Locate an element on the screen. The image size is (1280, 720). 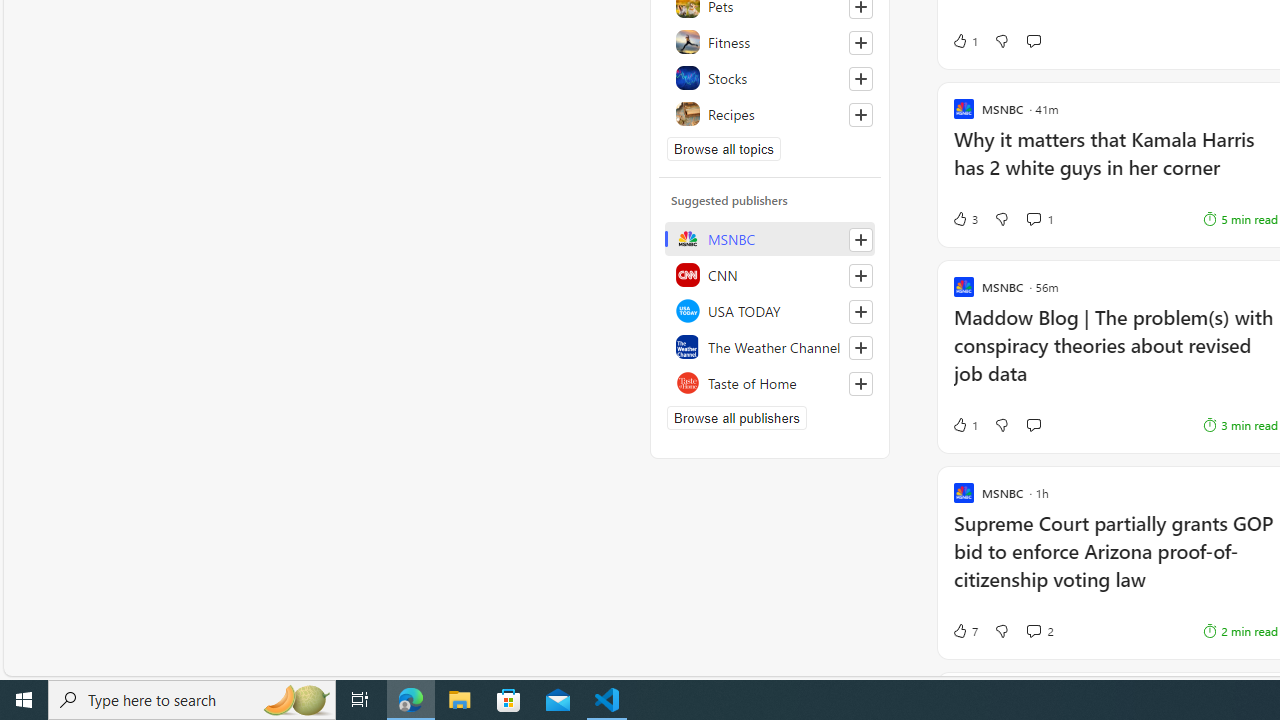
'The Weather Channel' is located at coordinates (769, 346).